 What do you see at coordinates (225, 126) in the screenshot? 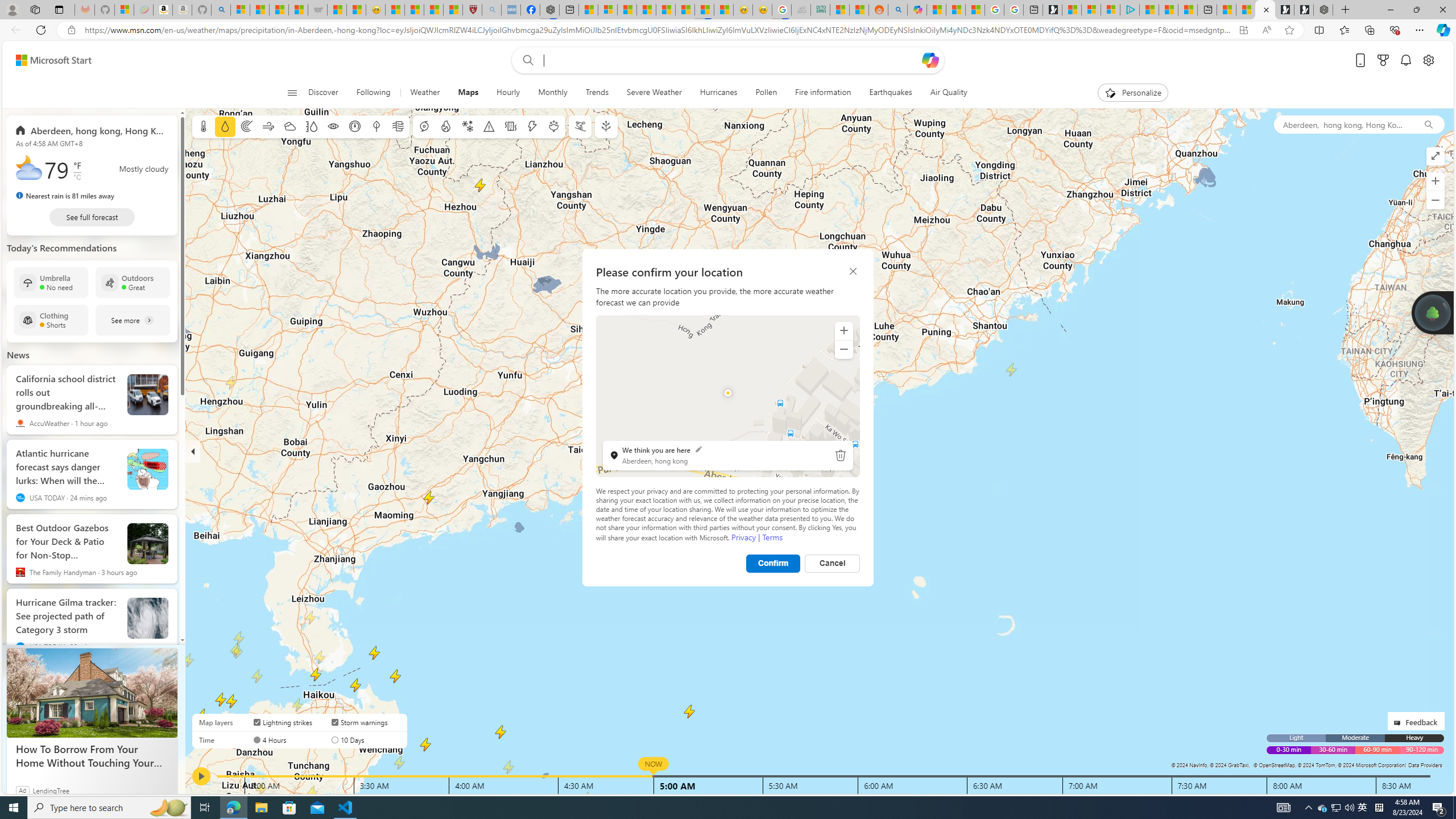
I see `'Precipitation'` at bounding box center [225, 126].